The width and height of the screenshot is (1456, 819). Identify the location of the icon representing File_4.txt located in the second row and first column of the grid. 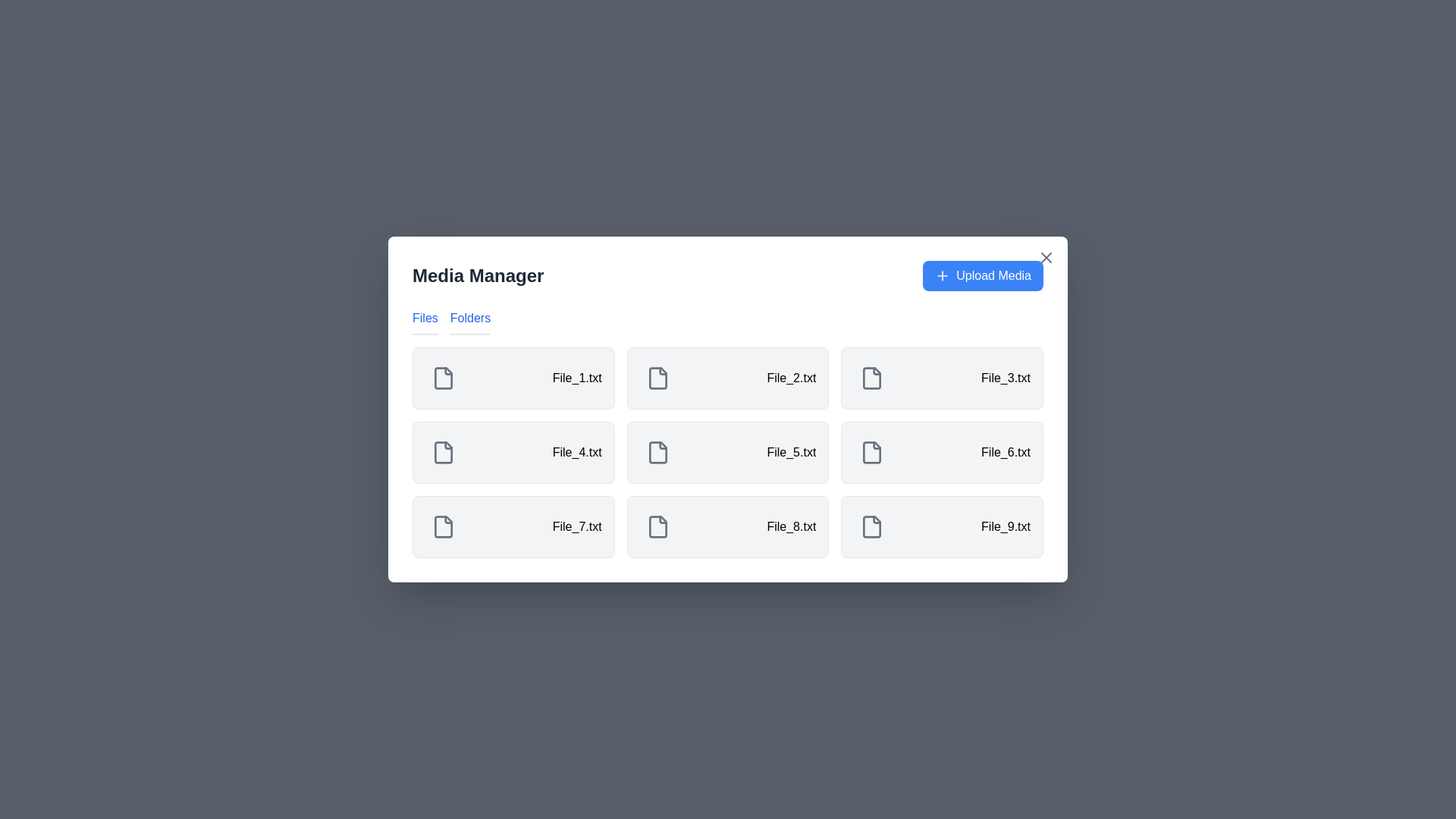
(443, 452).